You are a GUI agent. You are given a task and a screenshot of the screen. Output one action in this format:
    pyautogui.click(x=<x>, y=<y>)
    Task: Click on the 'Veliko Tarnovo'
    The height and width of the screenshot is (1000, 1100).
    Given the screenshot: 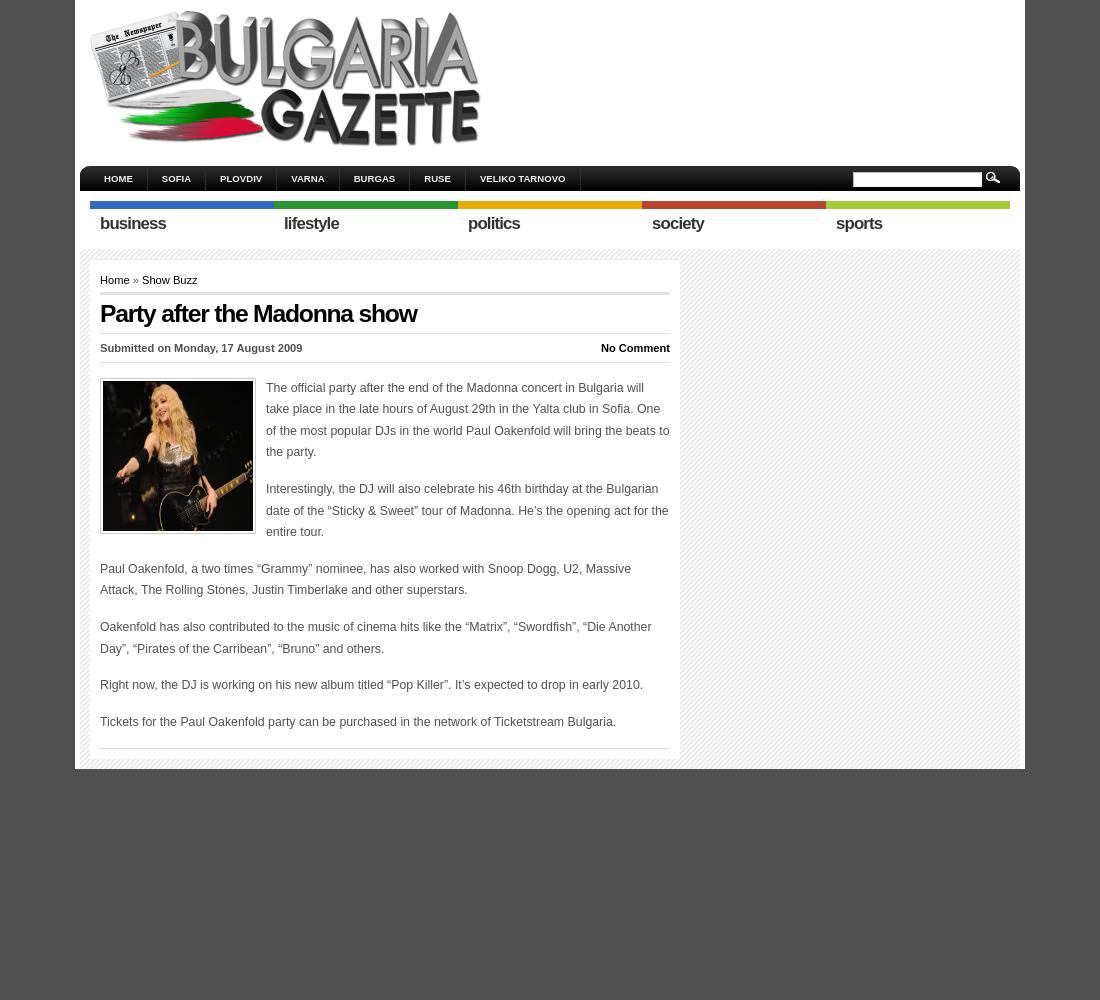 What is the action you would take?
    pyautogui.click(x=521, y=178)
    